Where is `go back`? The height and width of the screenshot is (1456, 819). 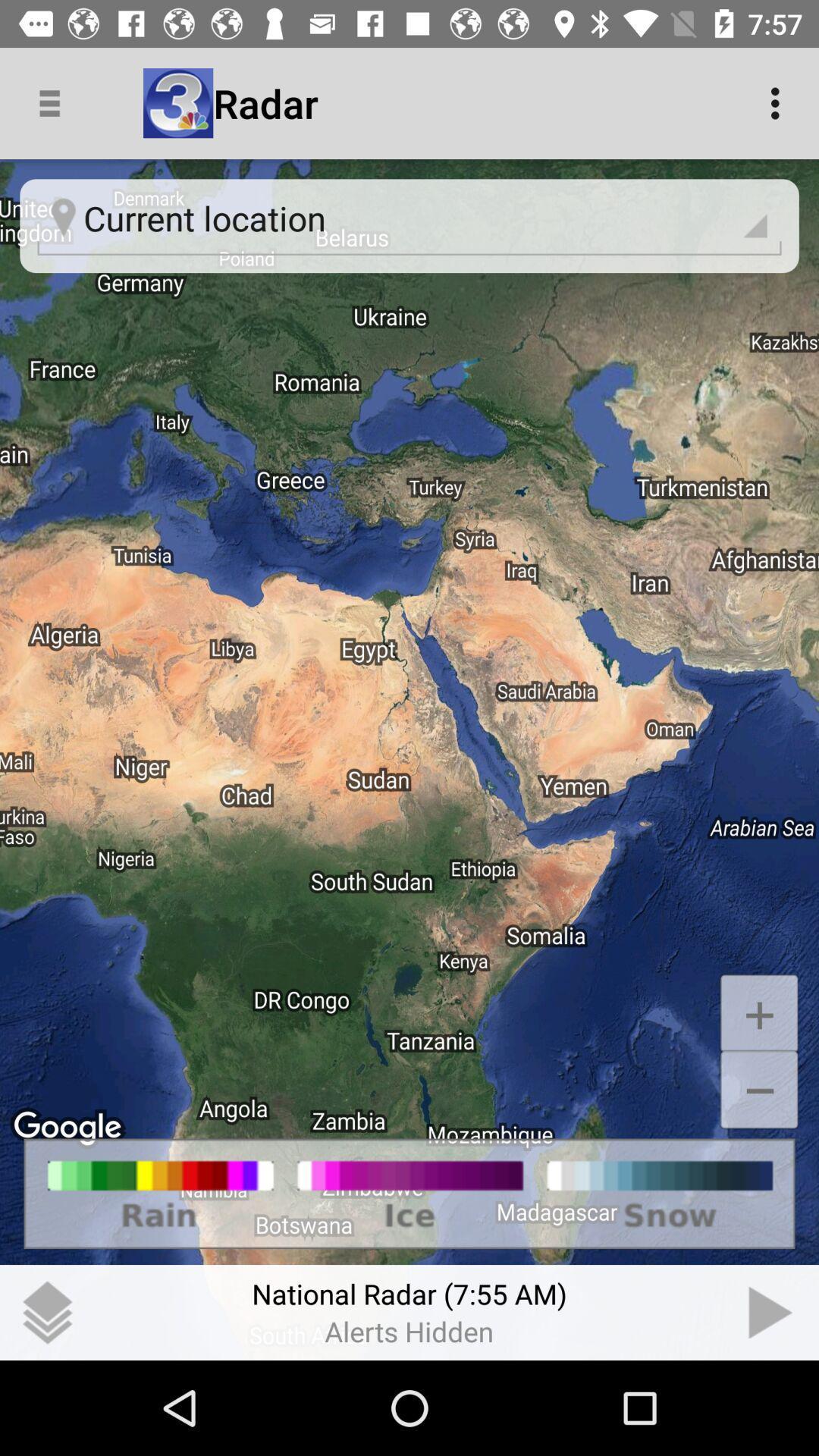 go back is located at coordinates (771, 1312).